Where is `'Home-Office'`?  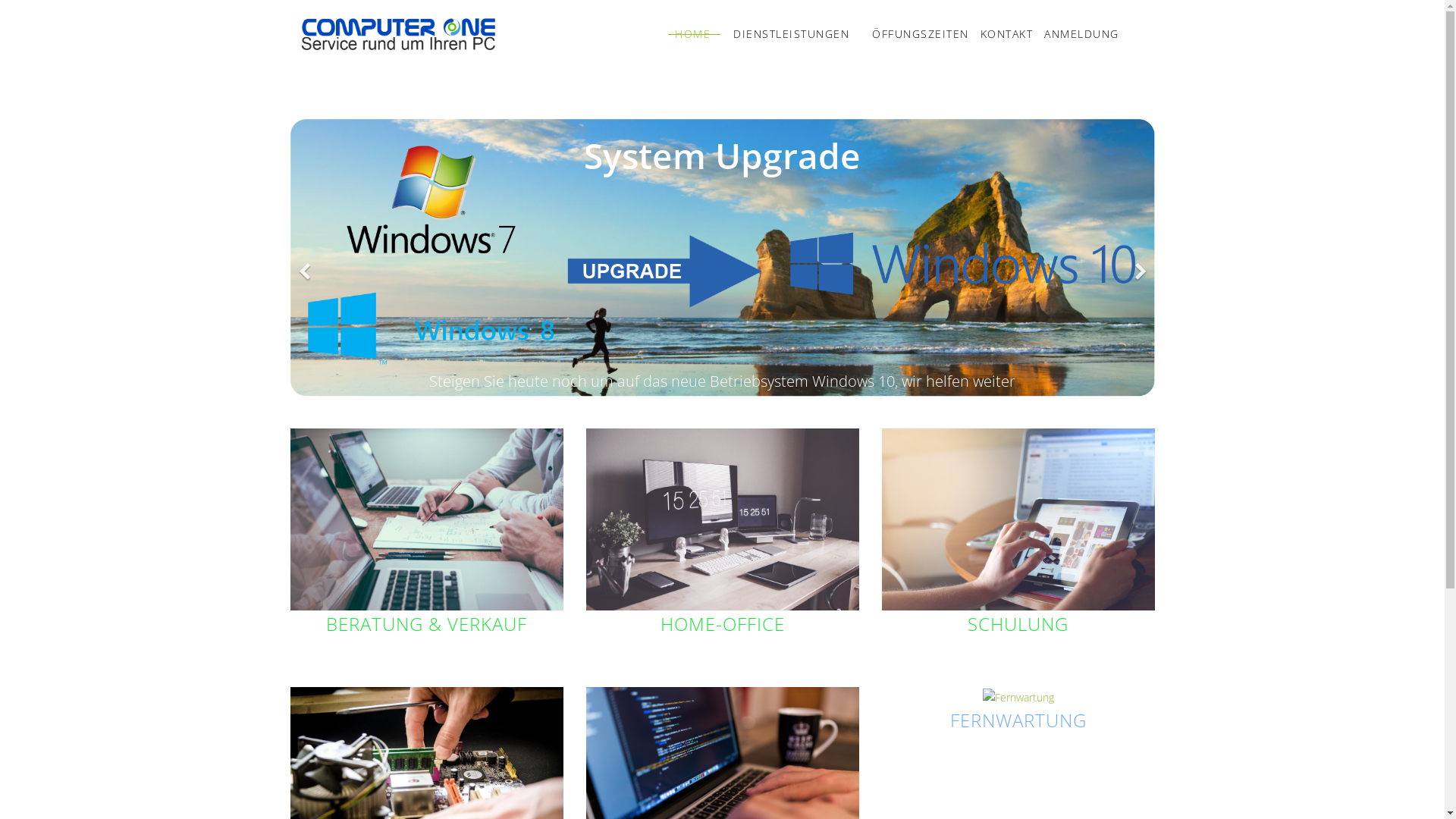
'Home-Office' is located at coordinates (720, 519).